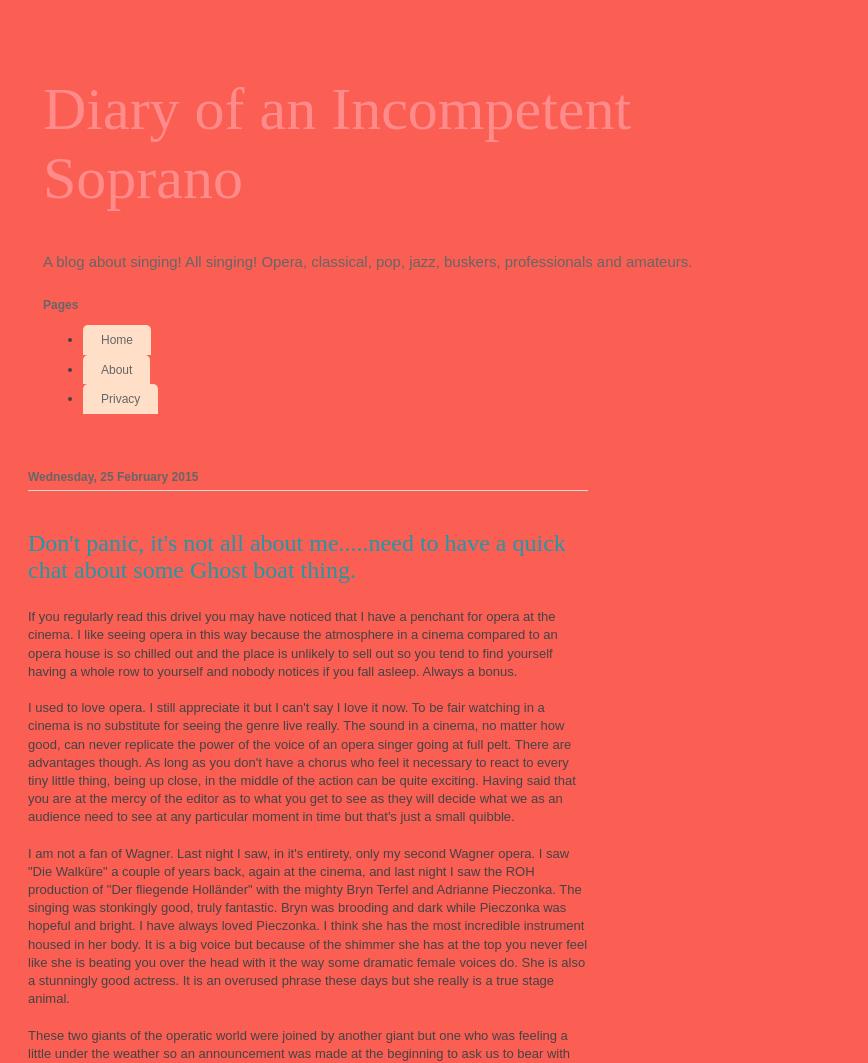  What do you see at coordinates (120, 399) in the screenshot?
I see `'Privacy'` at bounding box center [120, 399].